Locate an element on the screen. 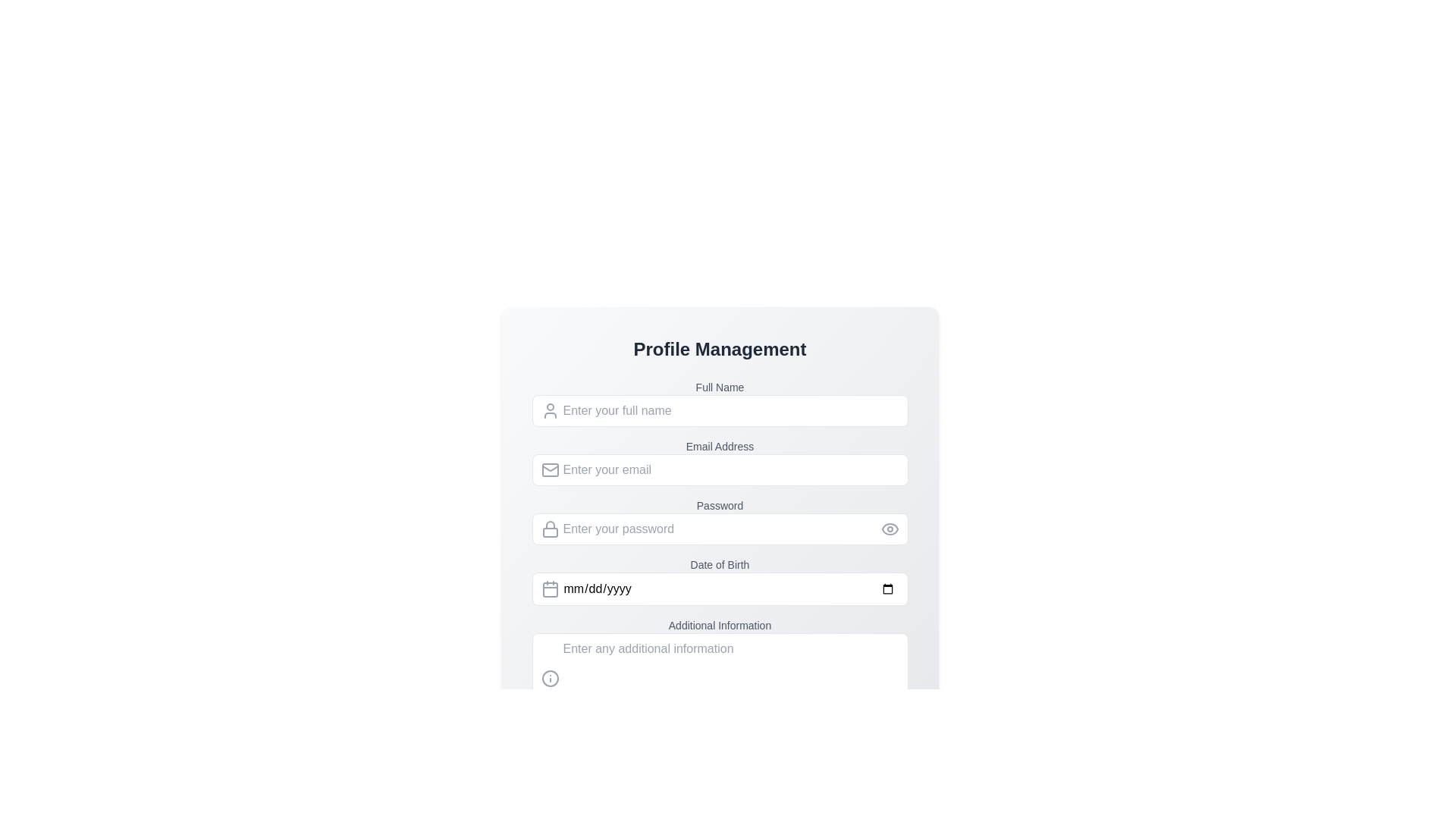 The height and width of the screenshot is (819, 1456). the rectangular graphical component that forms the body of the lock icon, located within the lower half of the lock icon next to the password input field is located at coordinates (549, 532).